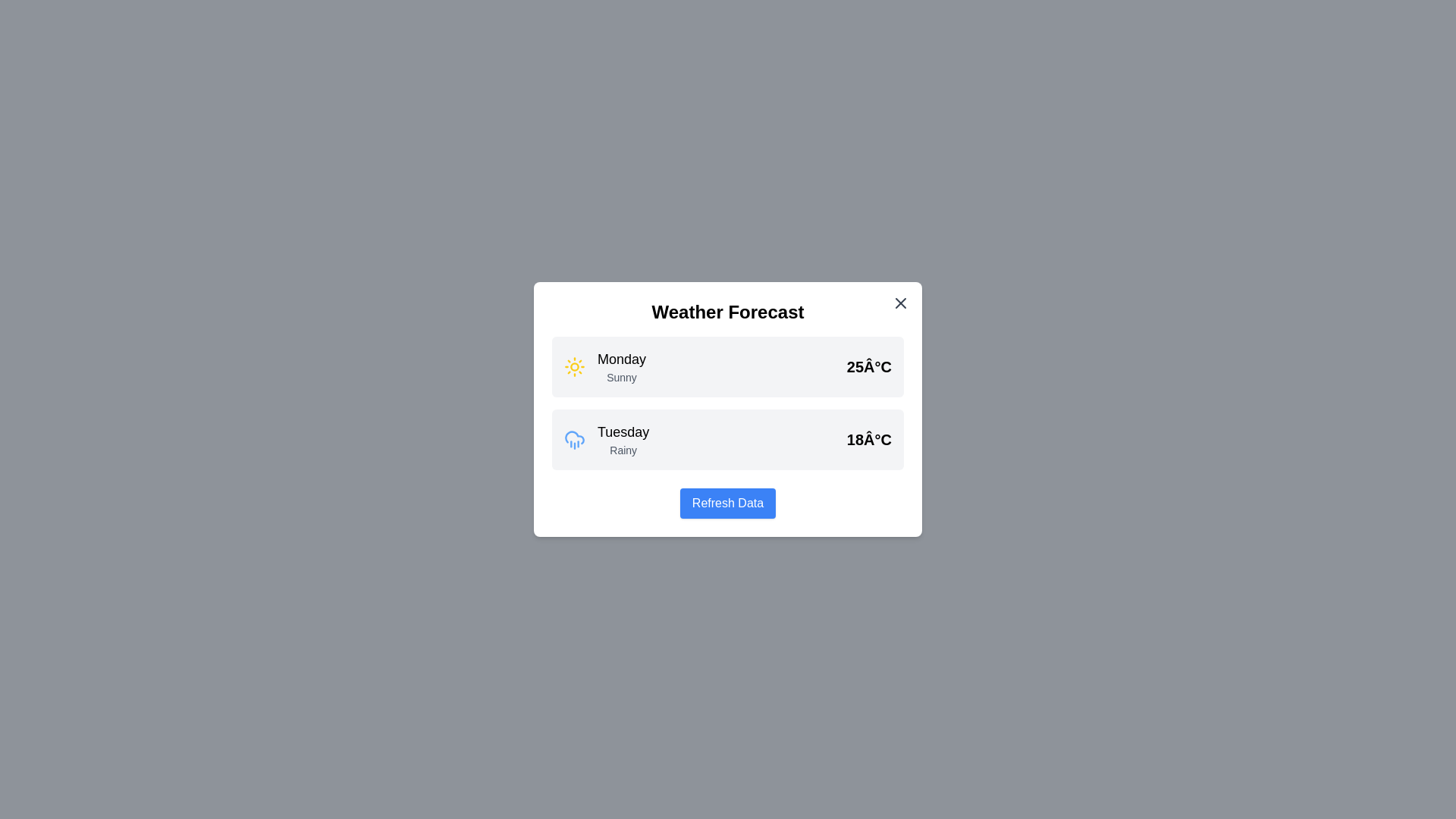  Describe the element at coordinates (574, 366) in the screenshot. I see `the sun icon representing sunny weather condition, located to the left of the 'Monday' label in the first weather forecast entry` at that location.